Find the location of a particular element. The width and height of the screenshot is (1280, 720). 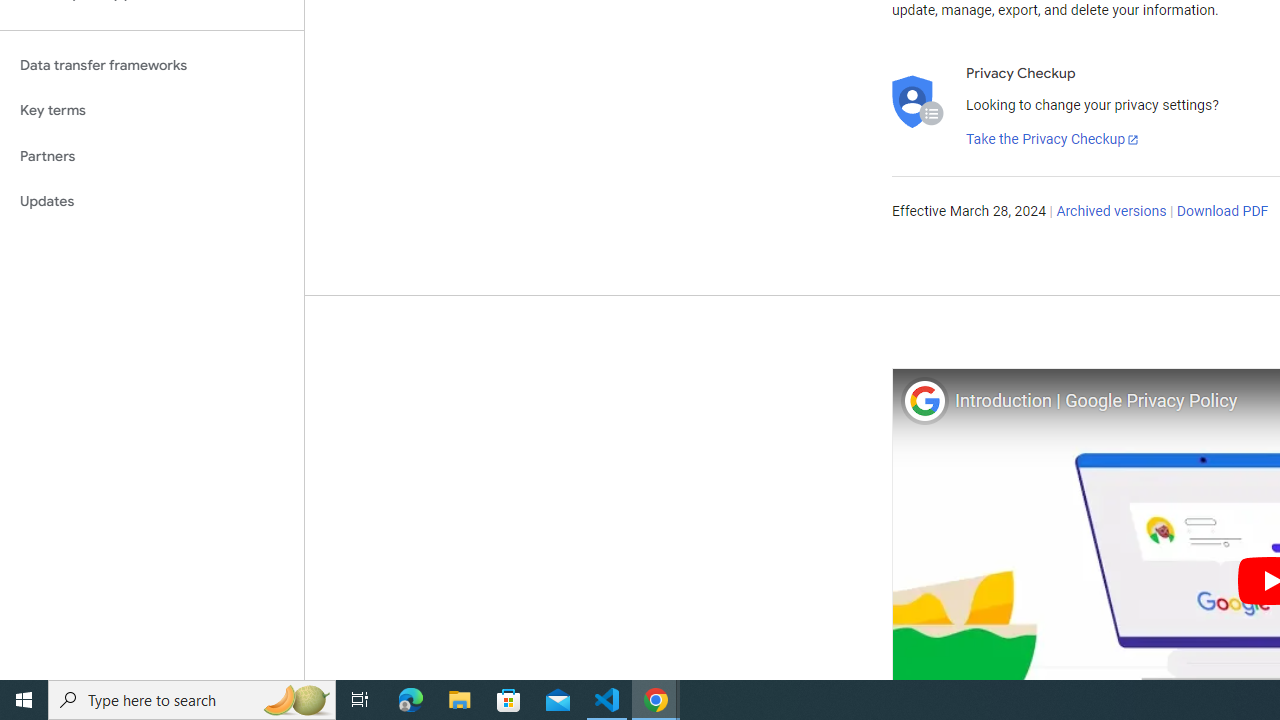

'Data transfer frameworks' is located at coordinates (151, 64).